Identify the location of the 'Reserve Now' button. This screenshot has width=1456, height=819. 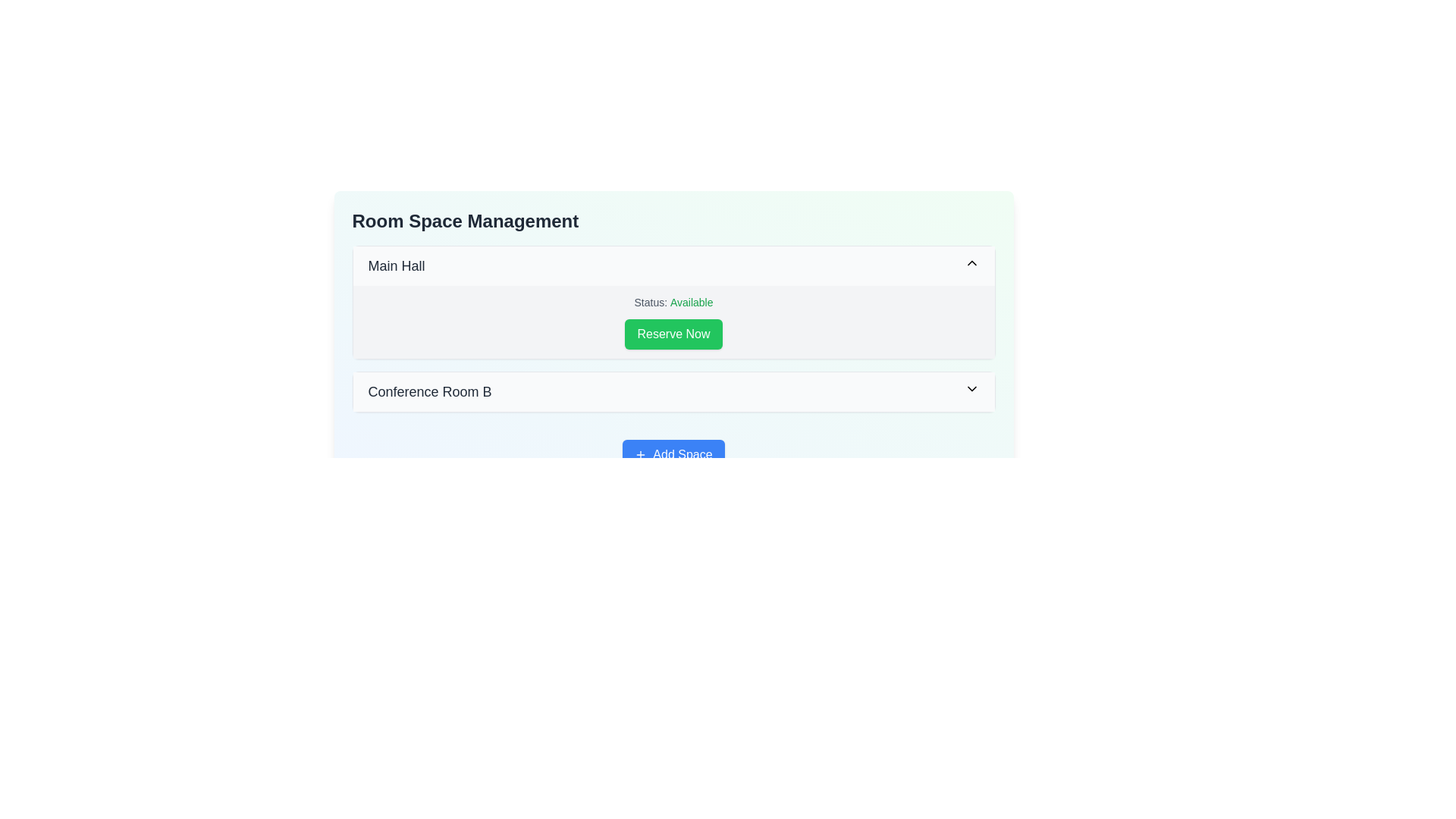
(673, 333).